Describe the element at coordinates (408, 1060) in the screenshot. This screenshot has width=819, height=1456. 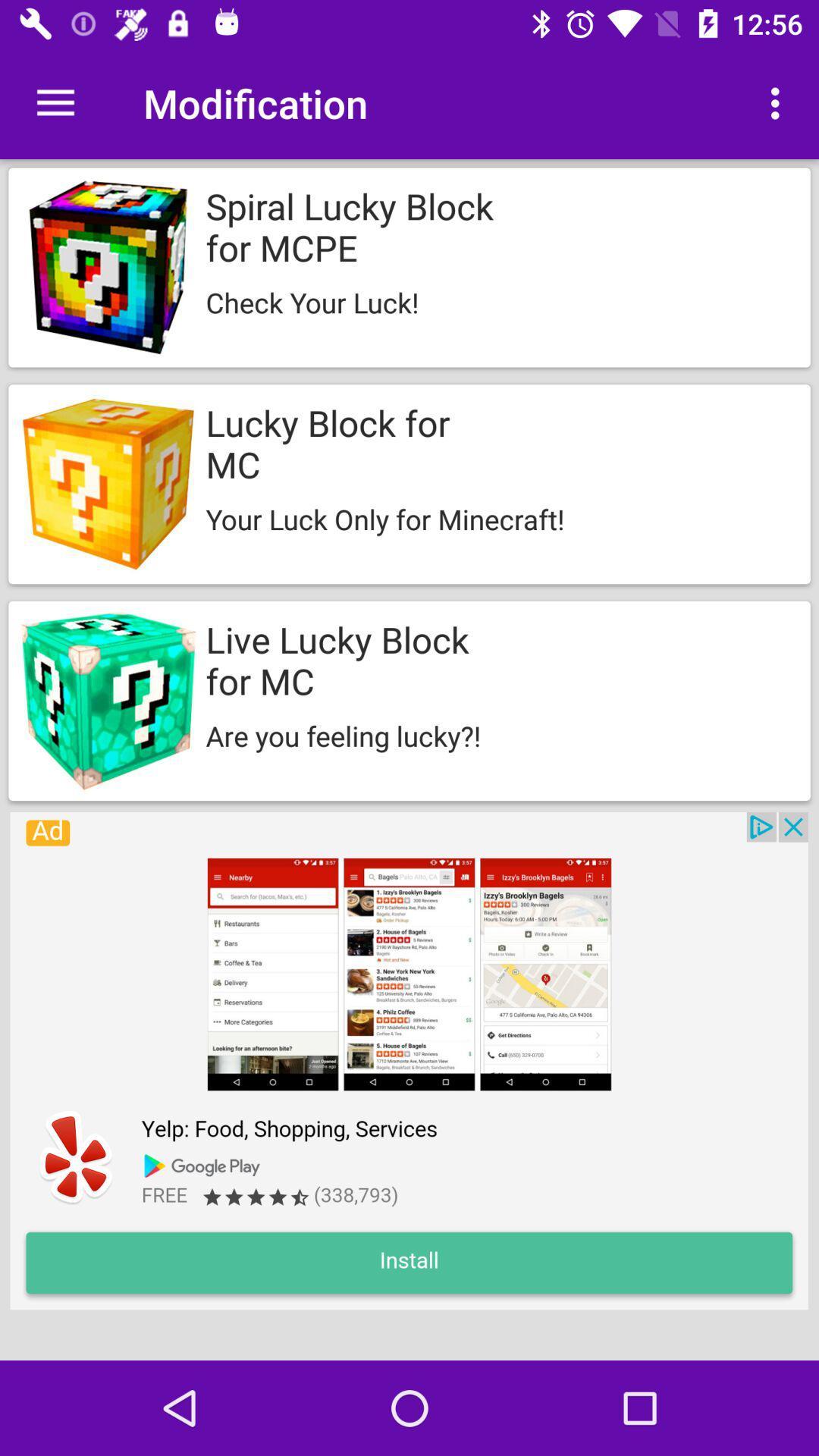
I see `click on advertisement` at that location.